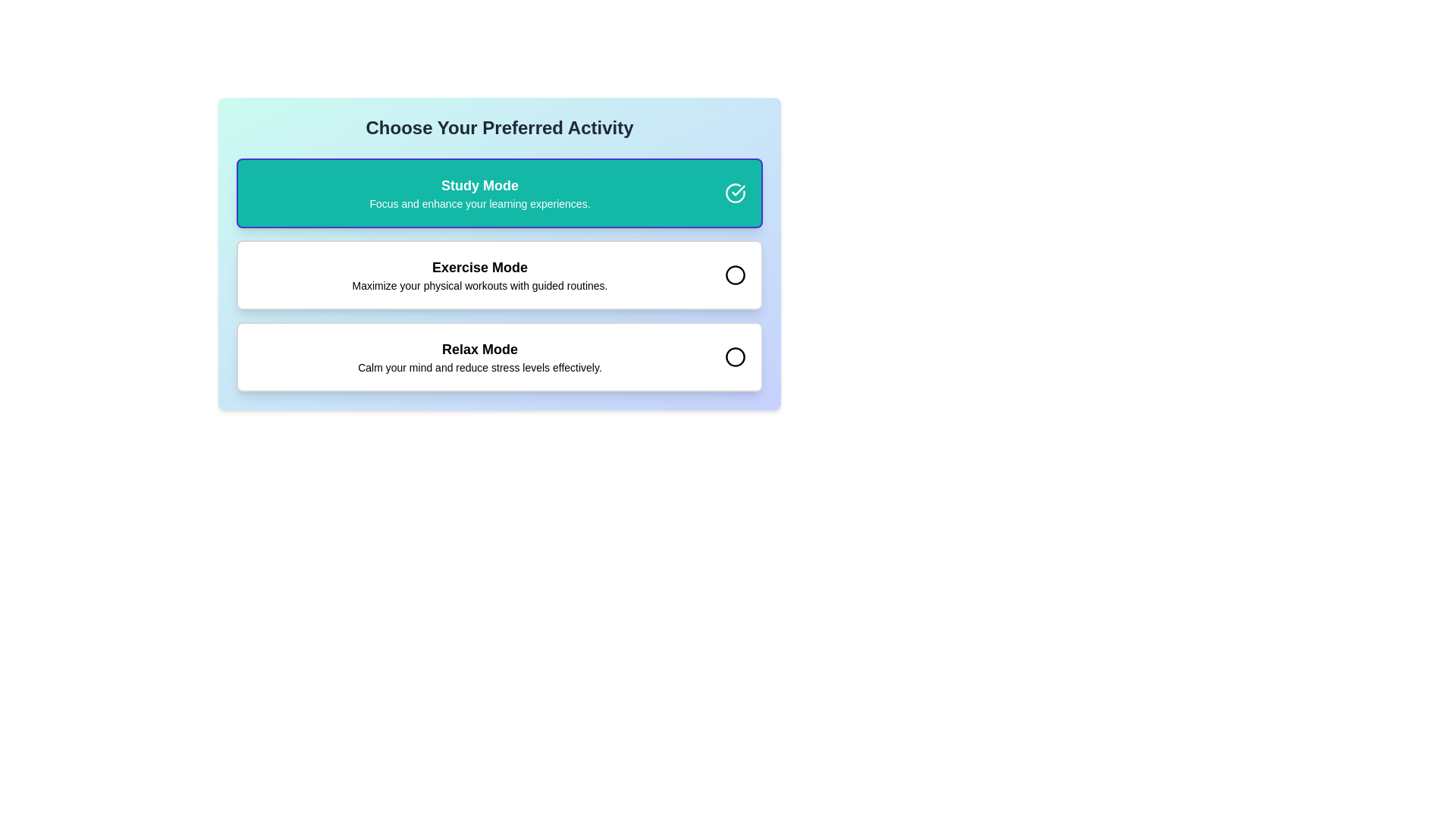  I want to click on the 'Study Mode' Text block element, which is centrally located in the teal-colored rectangular section of the topmost choice box in the vertical list titled 'Choose Your Preferred Activity.', so click(479, 192).